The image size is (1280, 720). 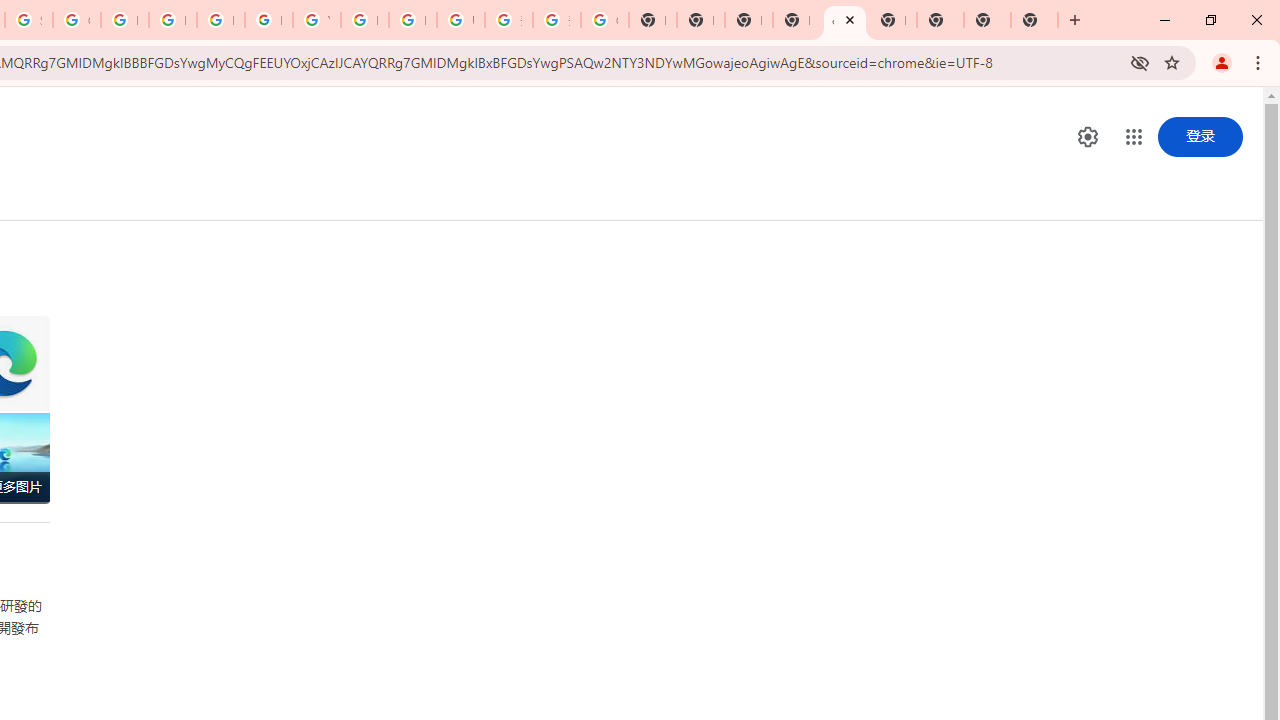 I want to click on 'YouTube', so click(x=315, y=20).